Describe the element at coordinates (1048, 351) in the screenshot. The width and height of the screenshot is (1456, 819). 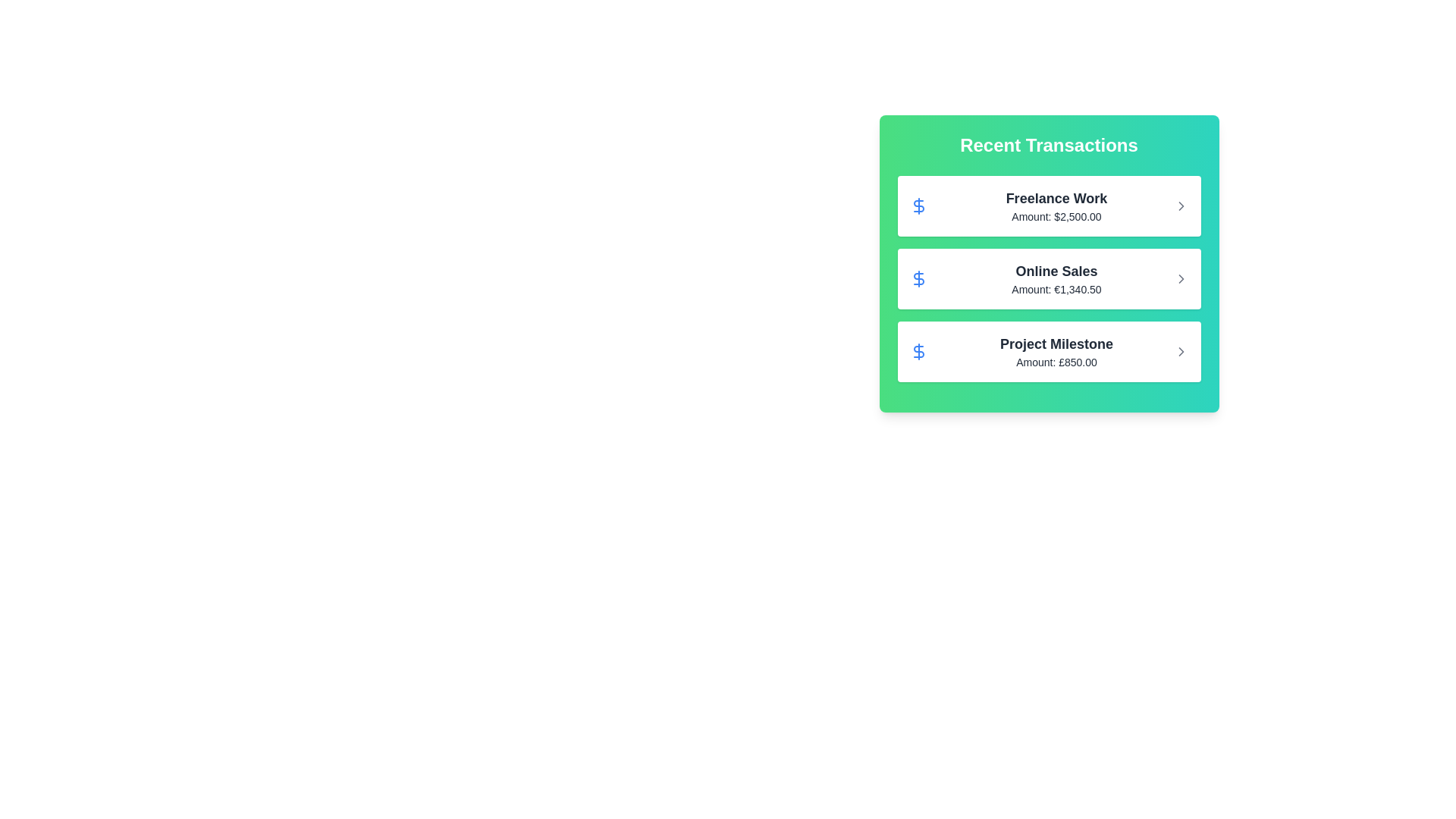
I see `the transaction entry for the project milestone worth £850` at that location.